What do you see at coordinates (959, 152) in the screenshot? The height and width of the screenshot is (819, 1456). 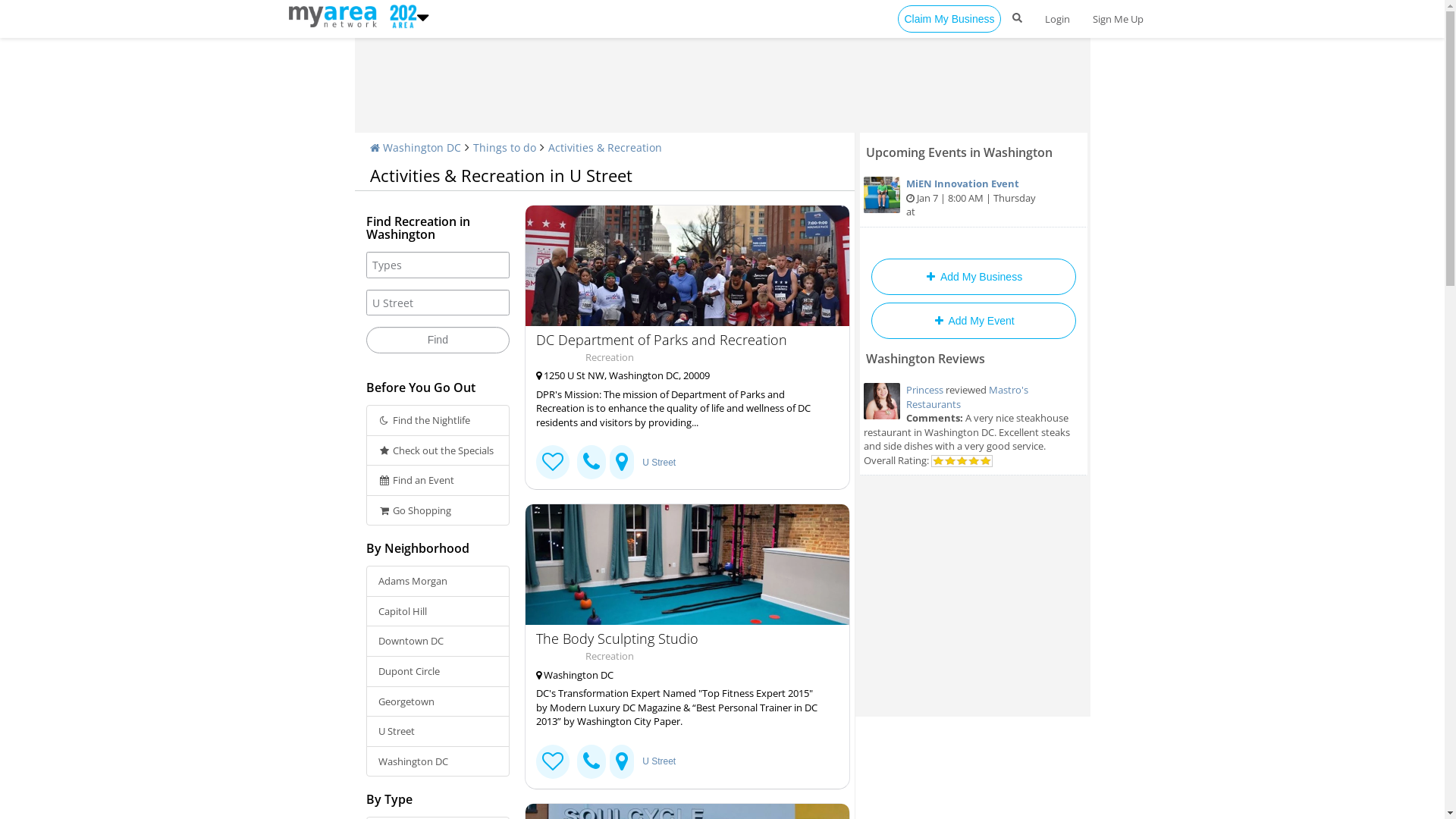 I see `'Upcoming Events in Washington'` at bounding box center [959, 152].